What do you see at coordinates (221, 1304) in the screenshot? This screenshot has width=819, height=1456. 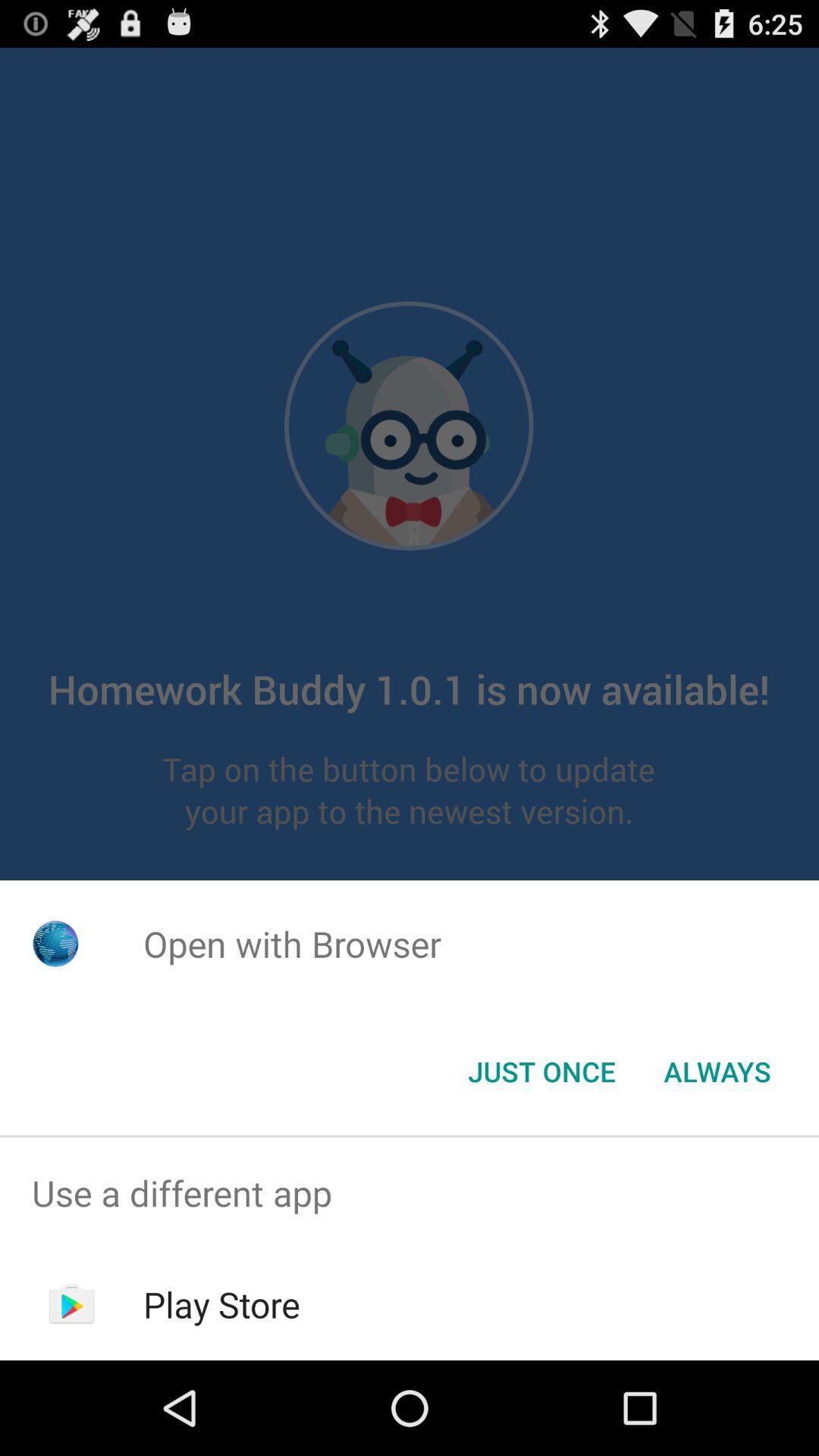 I see `play store` at bounding box center [221, 1304].